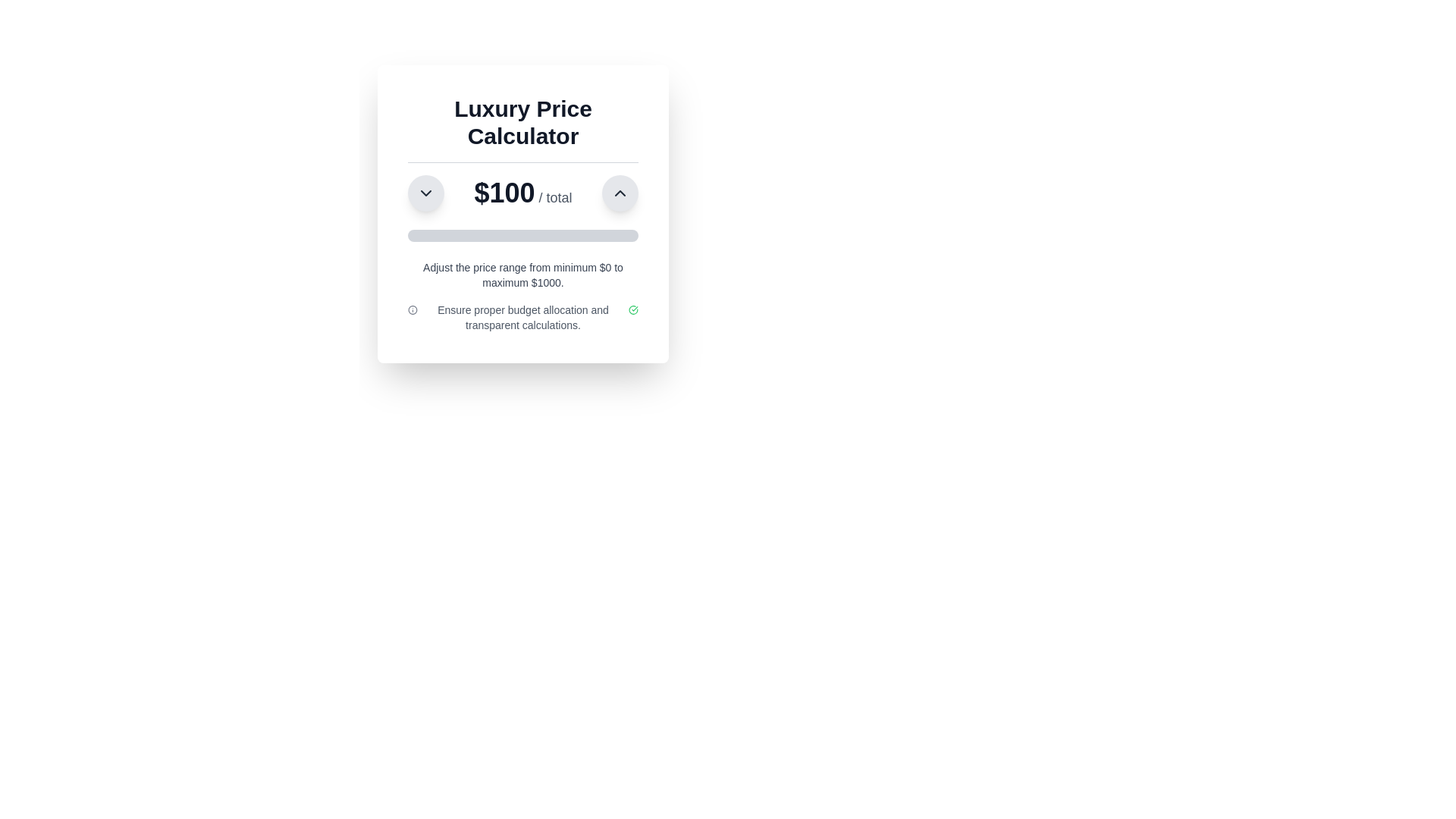  Describe the element at coordinates (523, 192) in the screenshot. I see `the prominent Text Label displaying the numeral '$100' followed by '/ total', which is positioned between two circular buttons` at that location.